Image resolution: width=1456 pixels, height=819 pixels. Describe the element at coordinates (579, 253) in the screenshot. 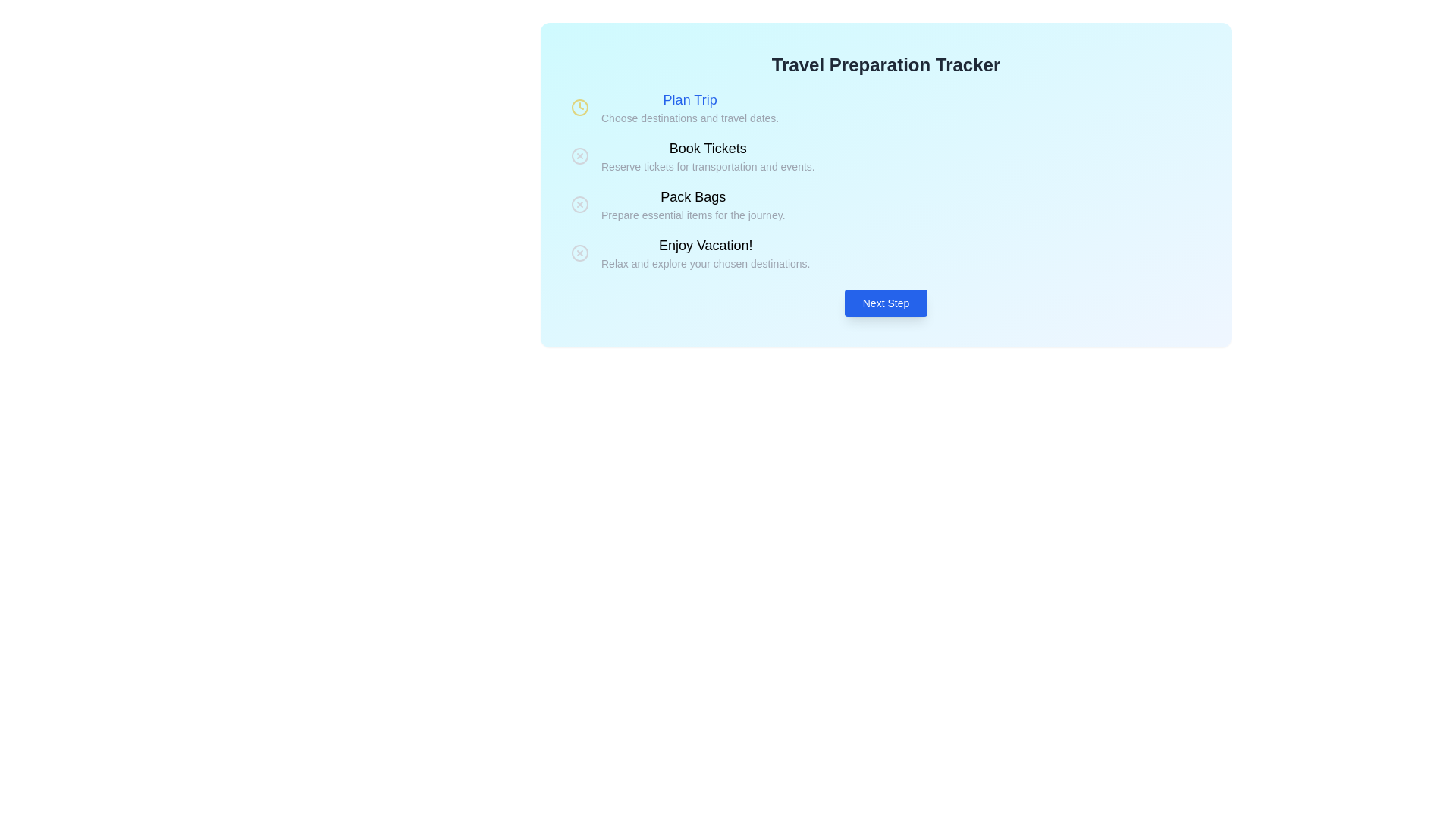

I see `the informative icon located to the left of the text 'Enjoy Vacation! Relax and explore your chosen destinations.' in the fourth row of items` at that location.